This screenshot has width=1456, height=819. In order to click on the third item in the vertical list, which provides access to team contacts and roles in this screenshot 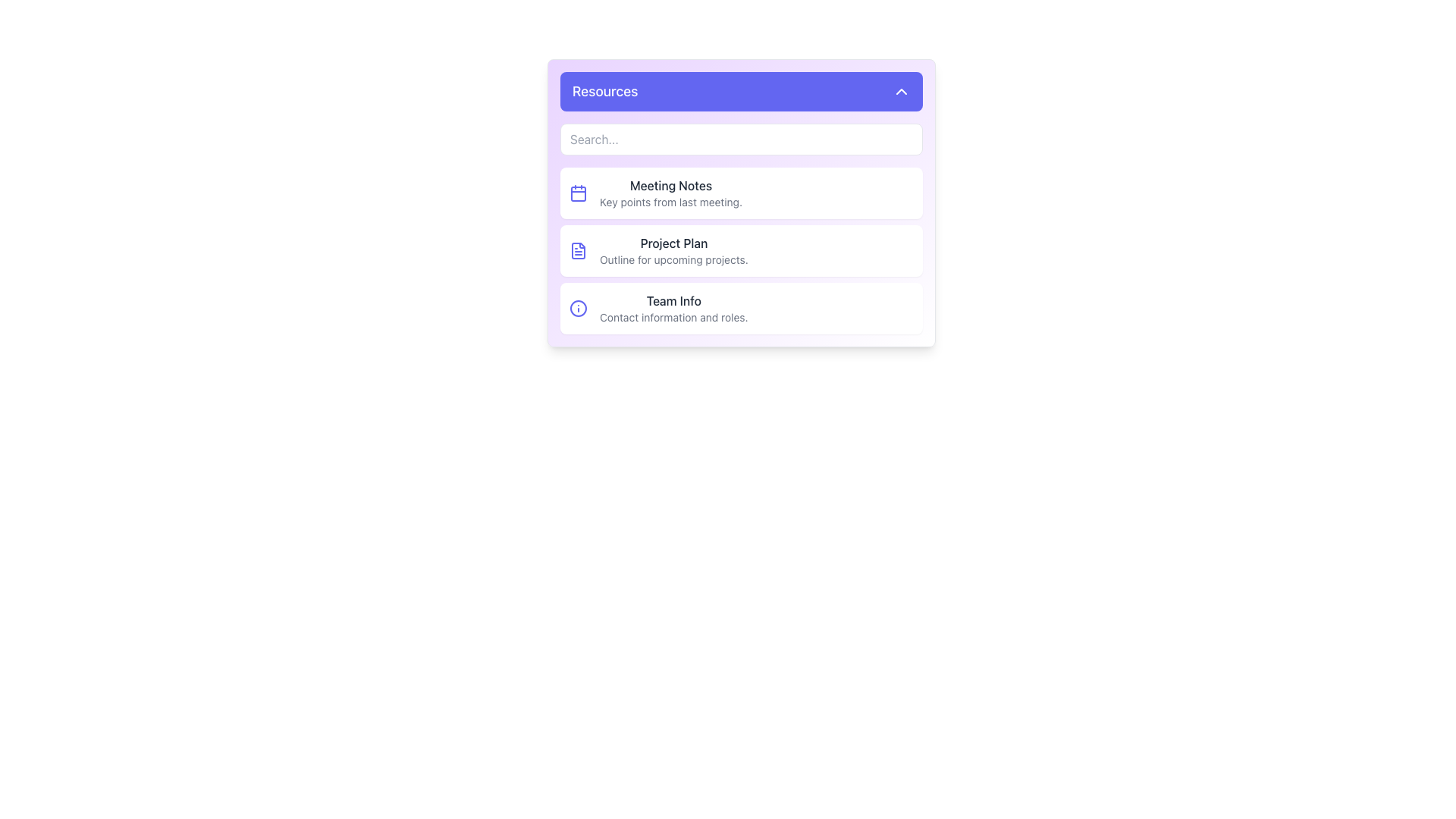, I will do `click(673, 308)`.